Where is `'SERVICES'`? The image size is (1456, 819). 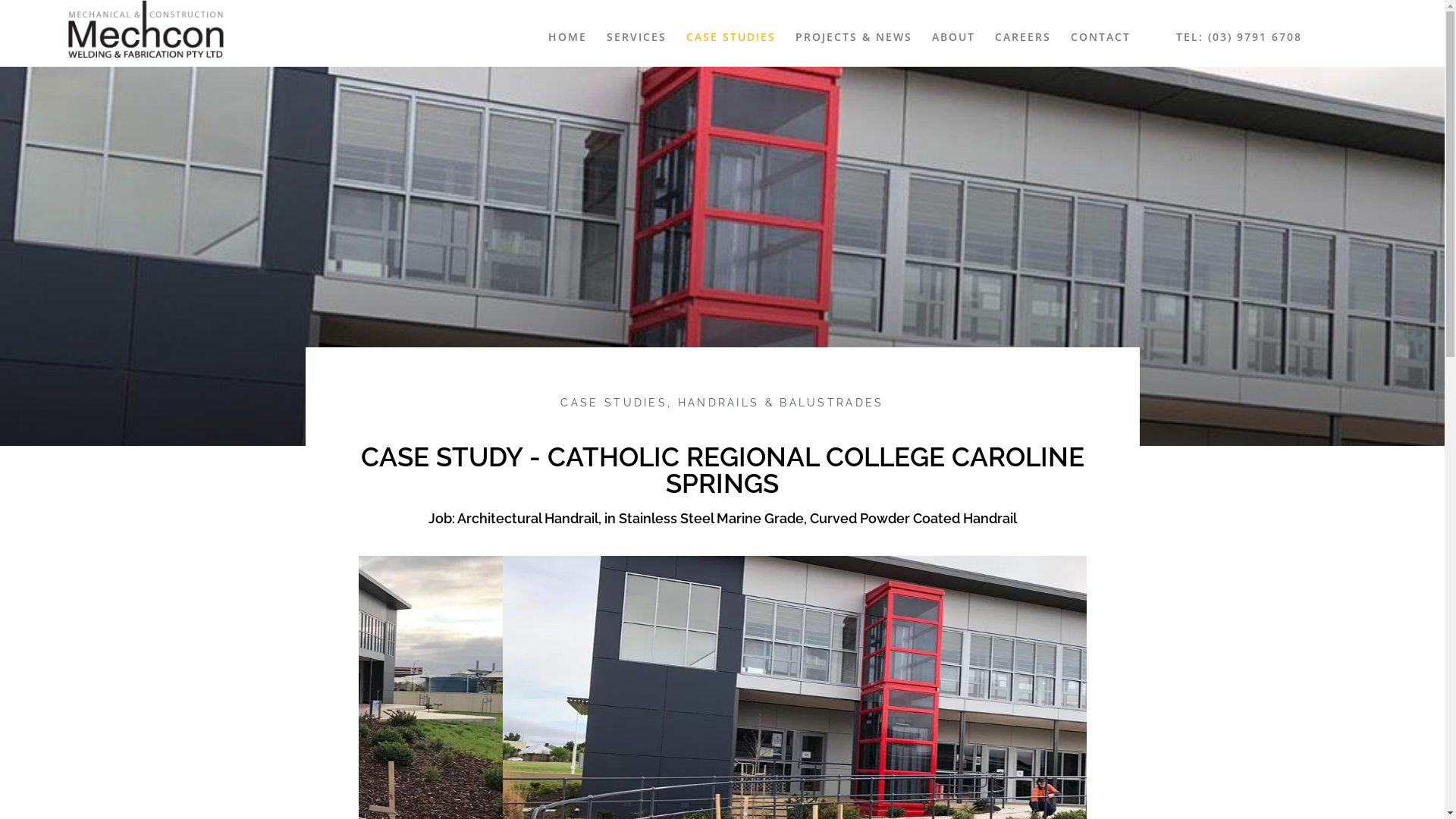 'SERVICES' is located at coordinates (598, 36).